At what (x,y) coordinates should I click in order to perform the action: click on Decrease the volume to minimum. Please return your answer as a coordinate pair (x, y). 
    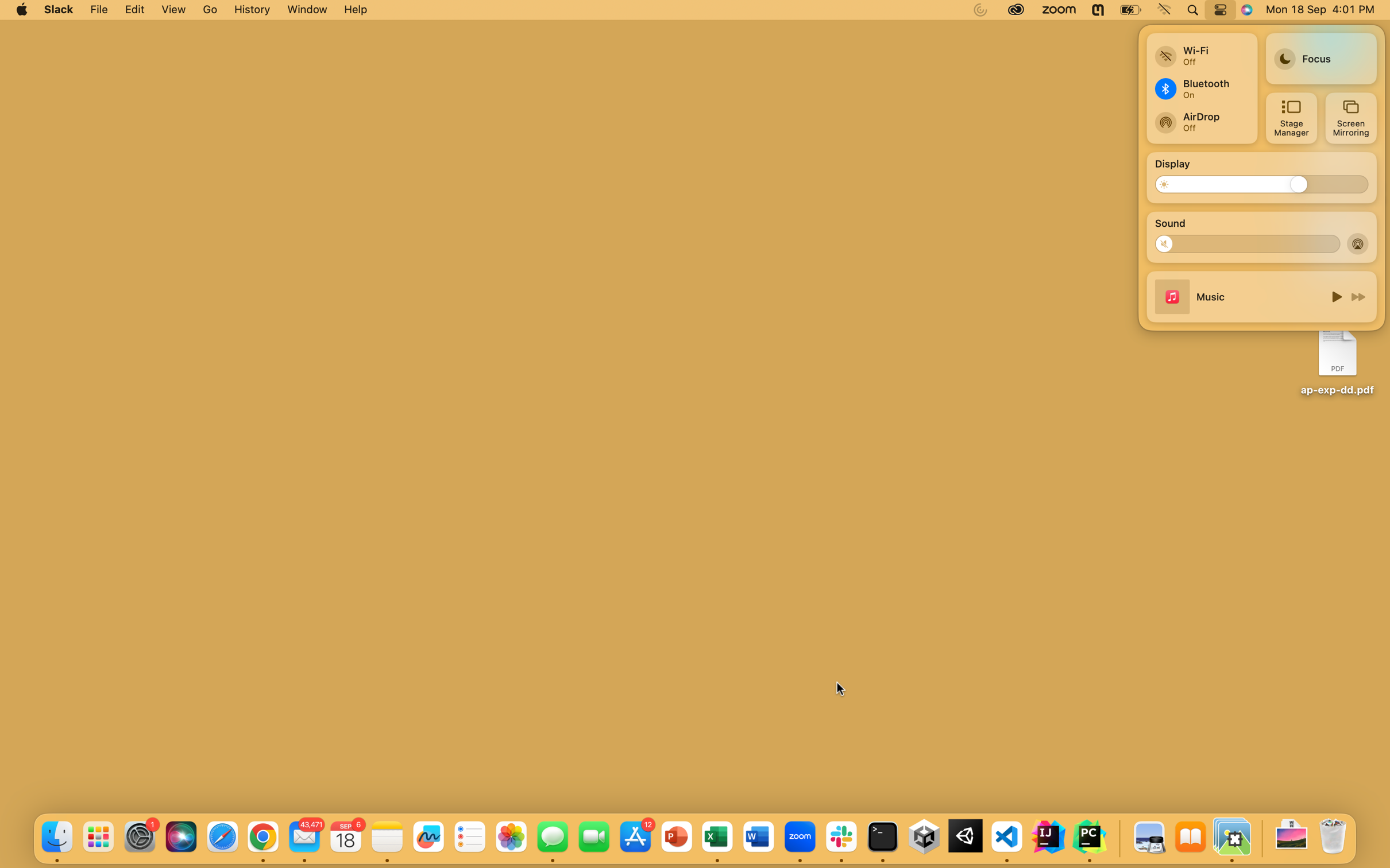
    Looking at the image, I should click on (1169, 243).